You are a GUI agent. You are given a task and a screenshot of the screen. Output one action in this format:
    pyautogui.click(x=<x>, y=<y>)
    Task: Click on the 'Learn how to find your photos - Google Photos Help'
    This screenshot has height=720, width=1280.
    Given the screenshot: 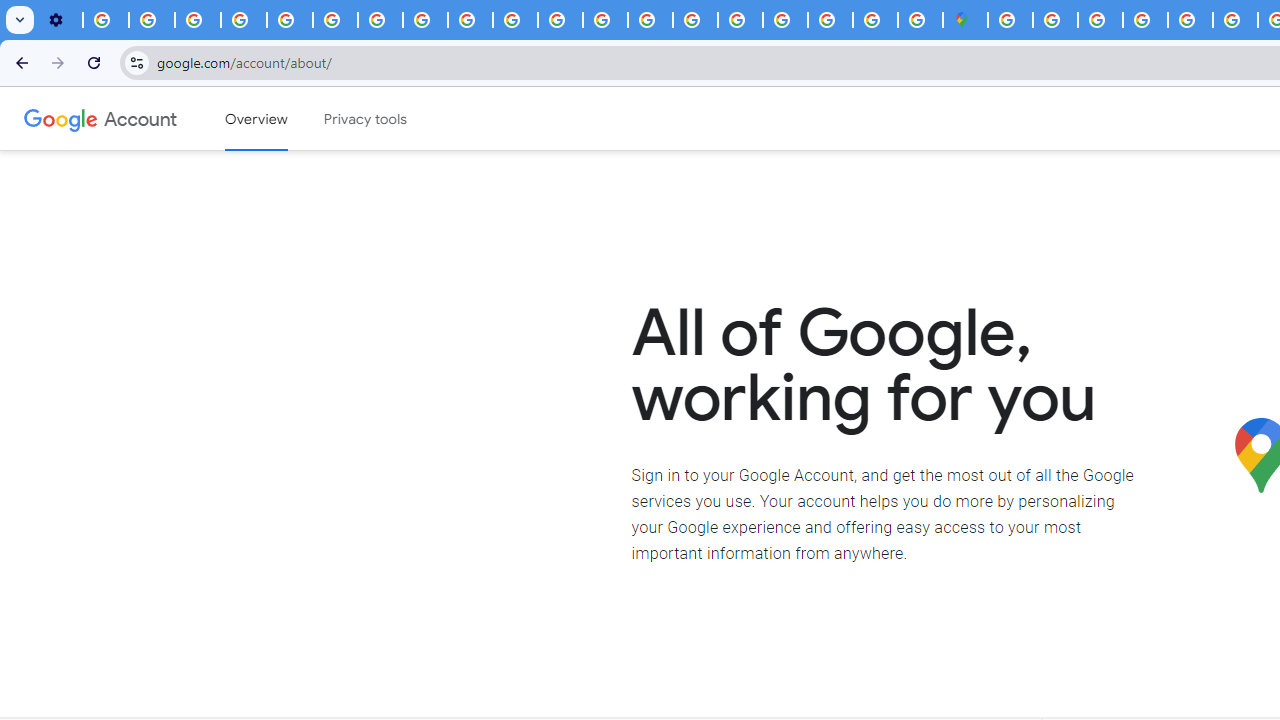 What is the action you would take?
    pyautogui.click(x=151, y=20)
    